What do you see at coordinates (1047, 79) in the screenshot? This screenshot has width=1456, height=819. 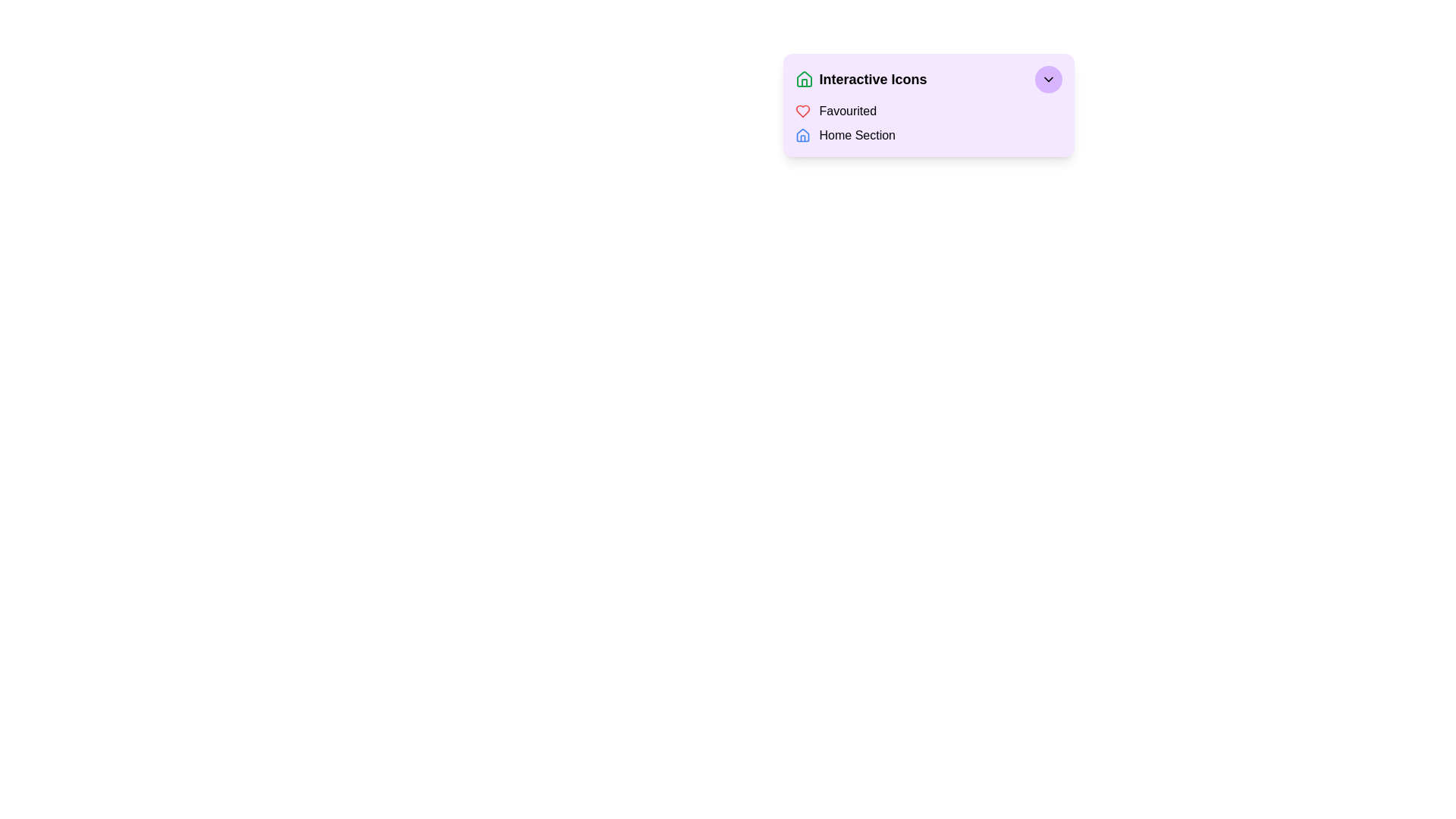 I see `the chevron icon located within the circular button on the far right of the rectangular card` at bounding box center [1047, 79].